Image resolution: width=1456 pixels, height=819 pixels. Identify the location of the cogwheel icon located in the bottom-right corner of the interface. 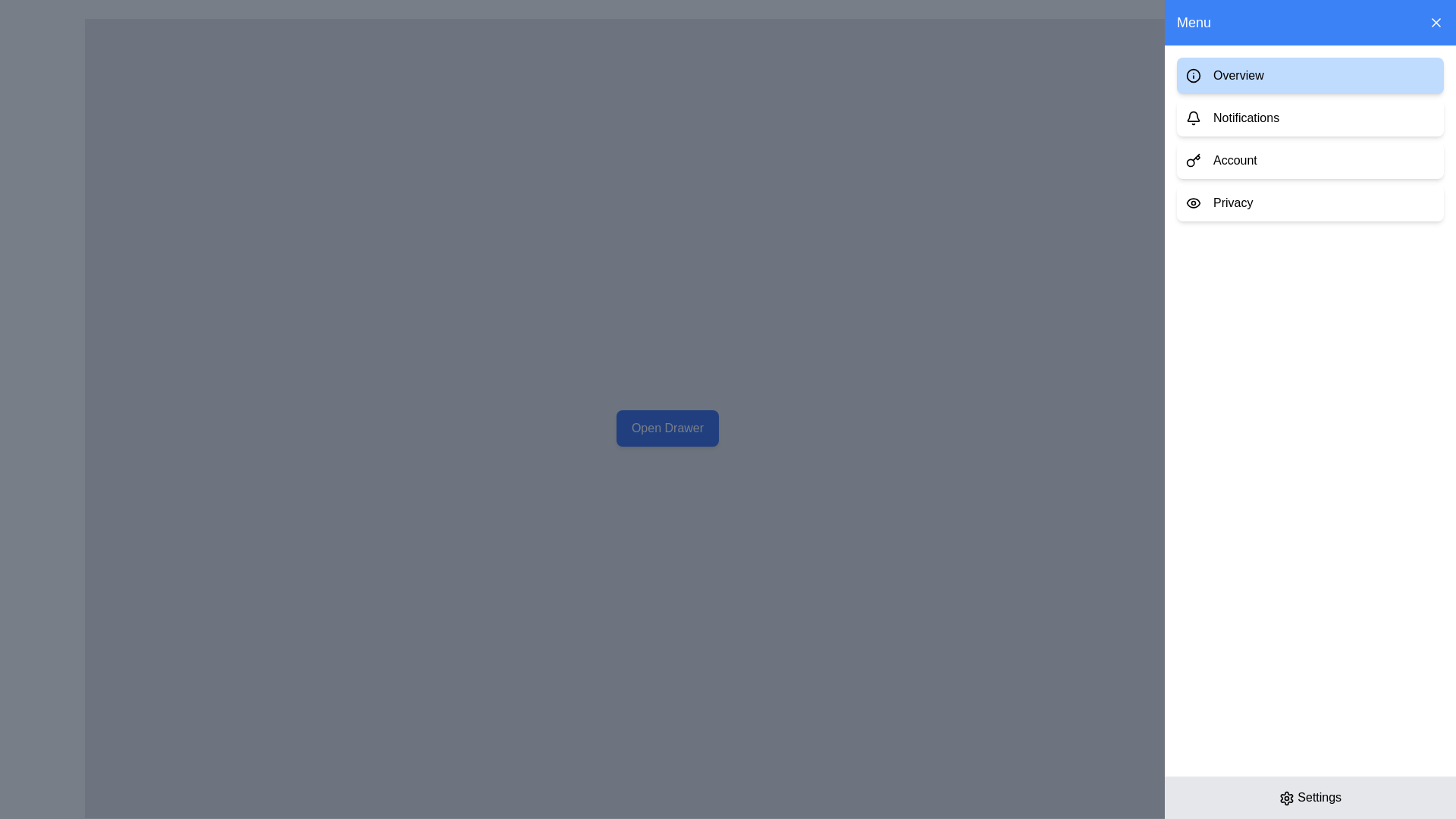
(1285, 797).